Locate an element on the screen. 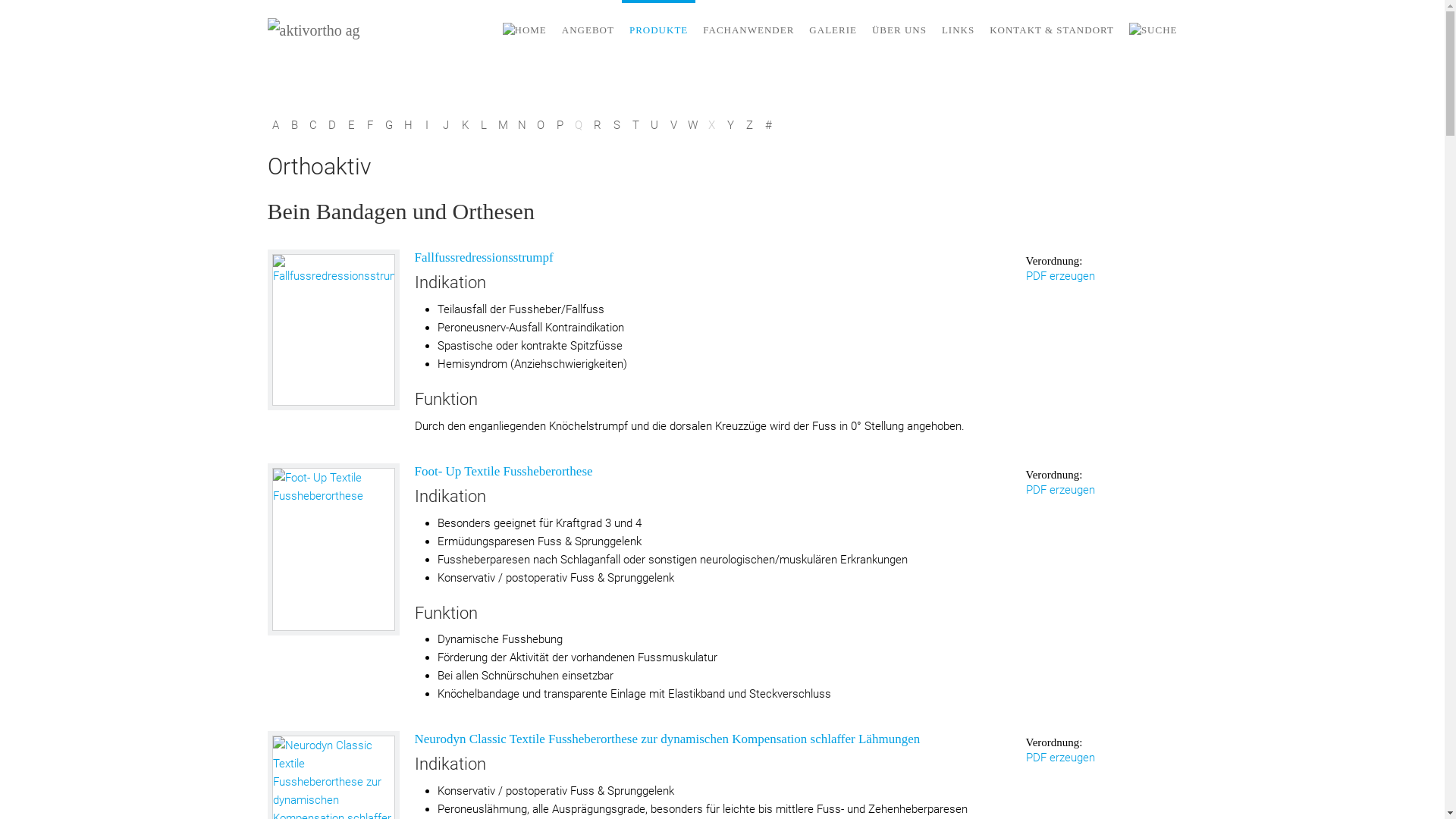 Image resolution: width=1456 pixels, height=819 pixels. 'O' is located at coordinates (532, 124).